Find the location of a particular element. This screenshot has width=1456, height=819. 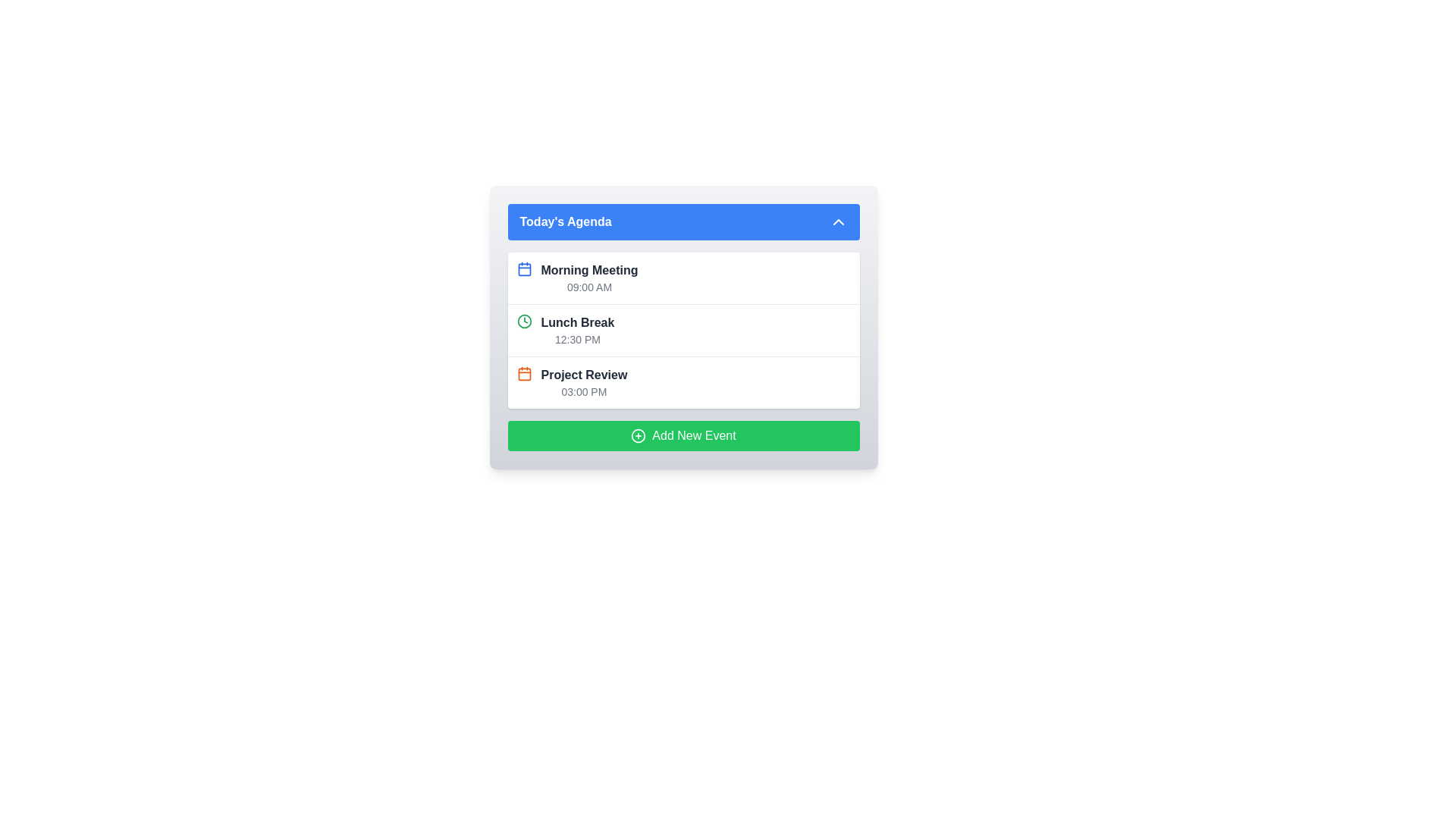

the 'Morning Meeting' text label, which is styled in bold, dark gray font and is the first line of the first item in 'Today's Agenda' is located at coordinates (588, 270).